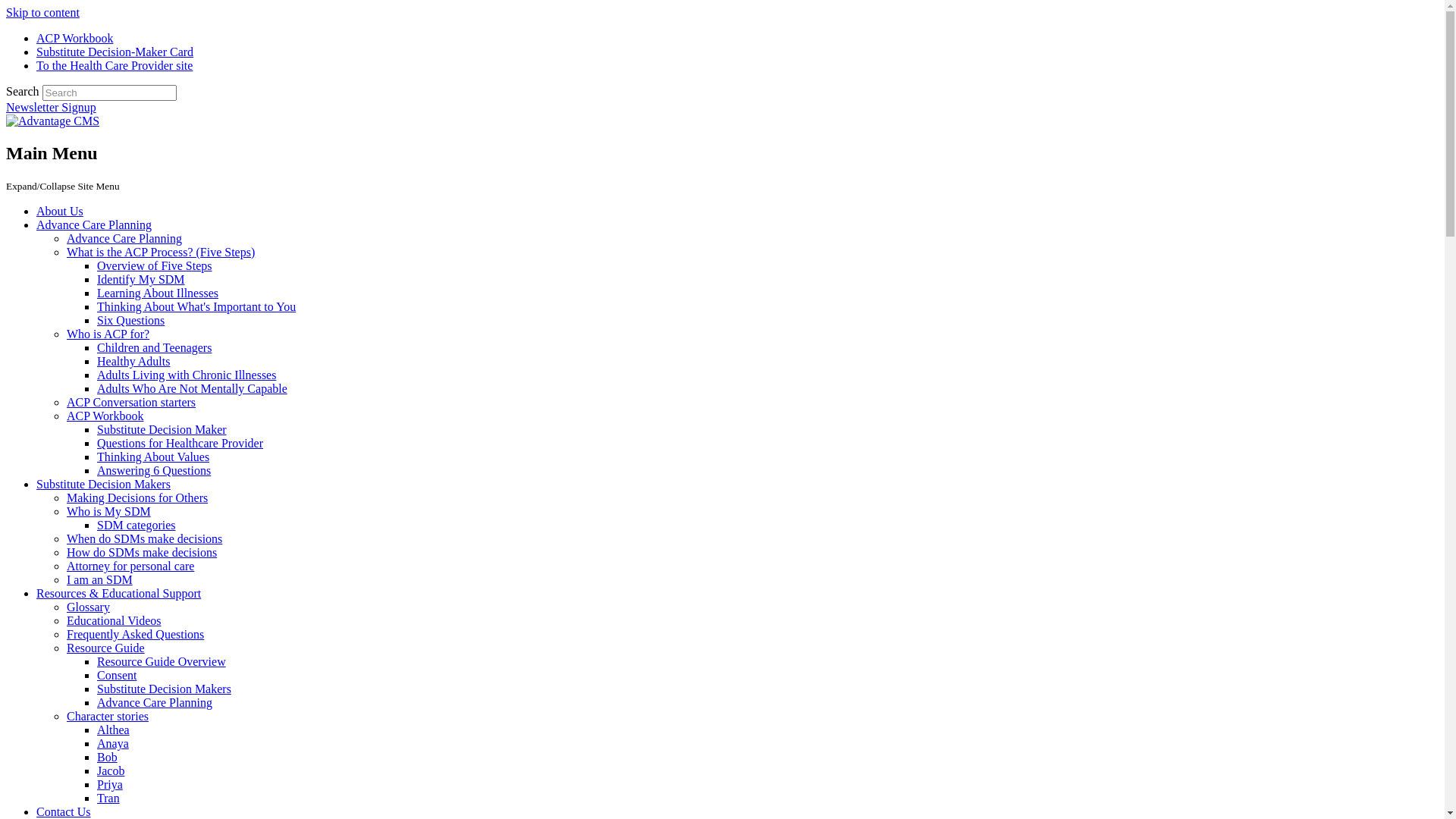 The image size is (1456, 819). I want to click on 'Questions for Healthcare Provider', so click(180, 443).